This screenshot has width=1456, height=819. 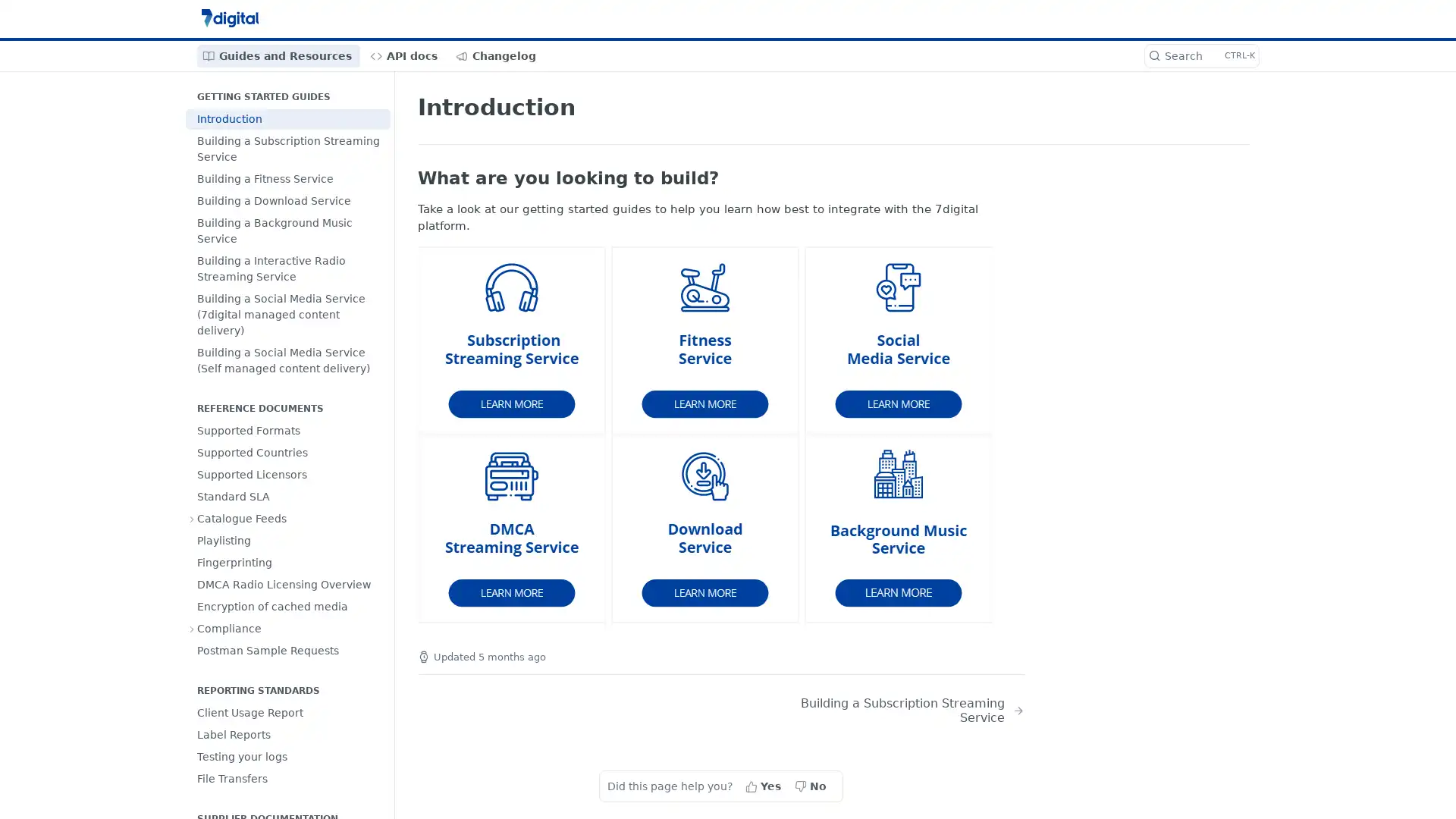 What do you see at coordinates (764, 786) in the screenshot?
I see `Yes` at bounding box center [764, 786].